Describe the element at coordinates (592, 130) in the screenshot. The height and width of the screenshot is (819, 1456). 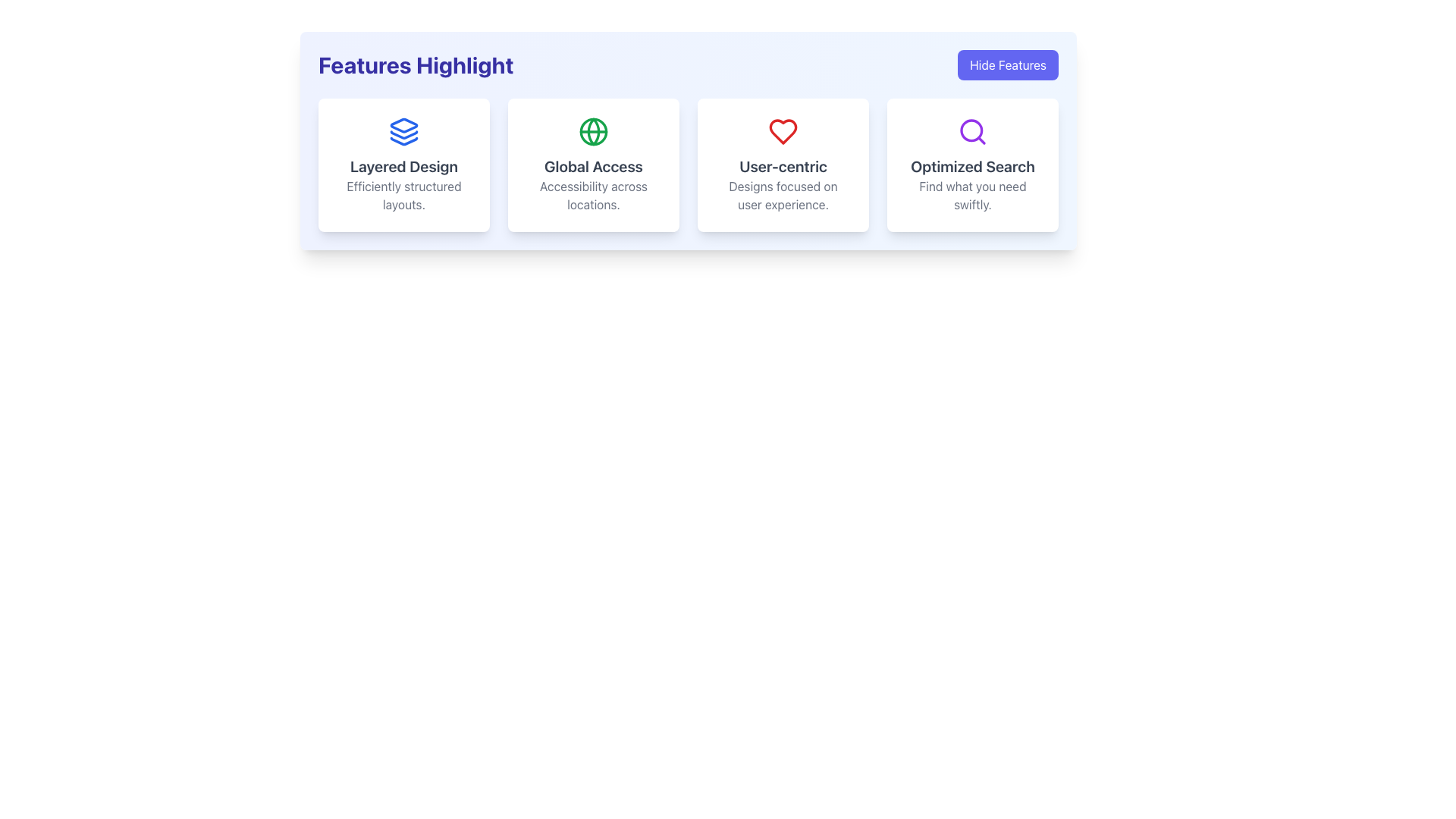
I see `the green globe icon located at the top of the 'Global Access' card in the 'Features Highlight' section` at that location.